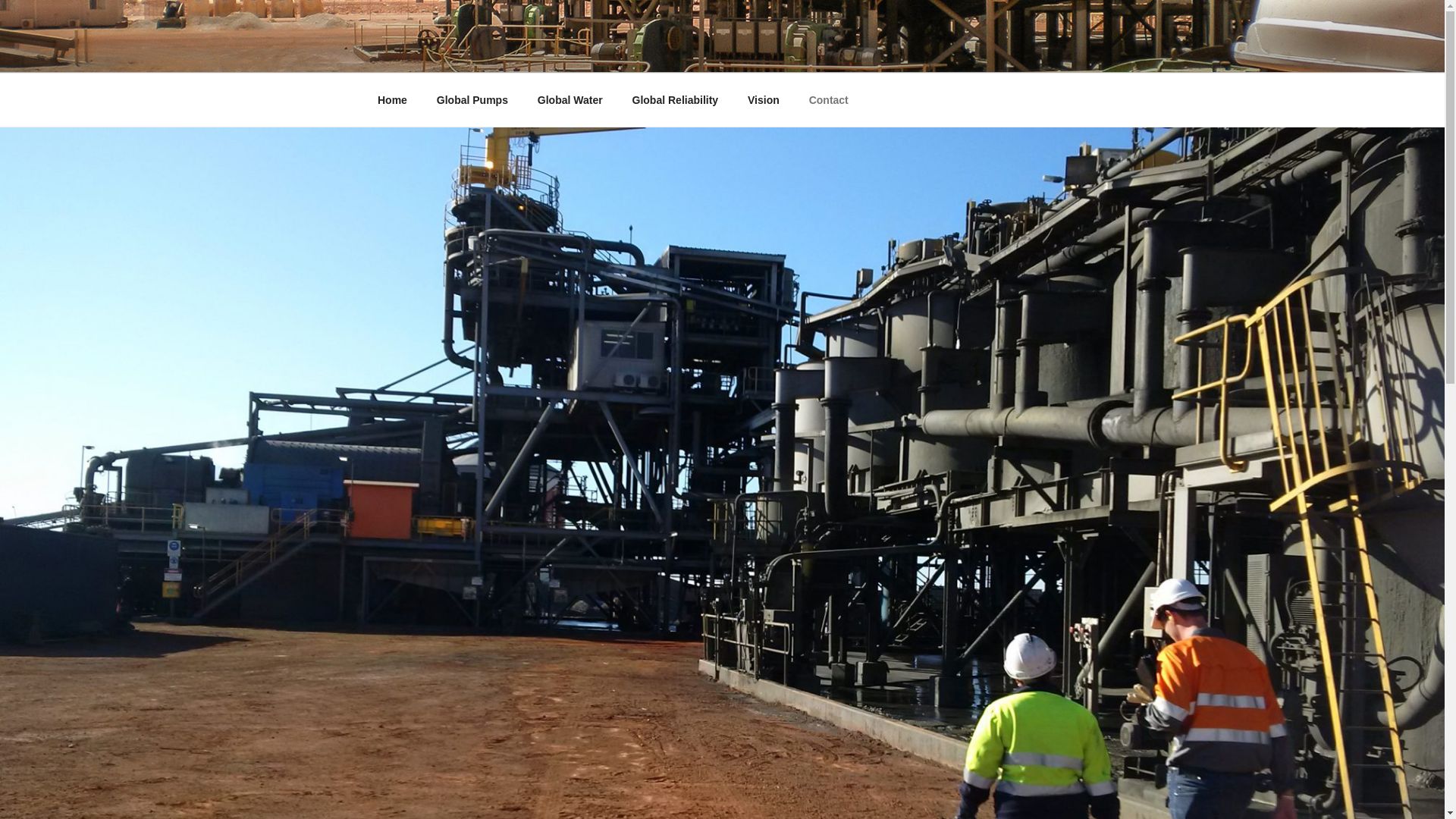 The image size is (1456, 819). What do you see at coordinates (674, 100) in the screenshot?
I see `'Global Reliability'` at bounding box center [674, 100].